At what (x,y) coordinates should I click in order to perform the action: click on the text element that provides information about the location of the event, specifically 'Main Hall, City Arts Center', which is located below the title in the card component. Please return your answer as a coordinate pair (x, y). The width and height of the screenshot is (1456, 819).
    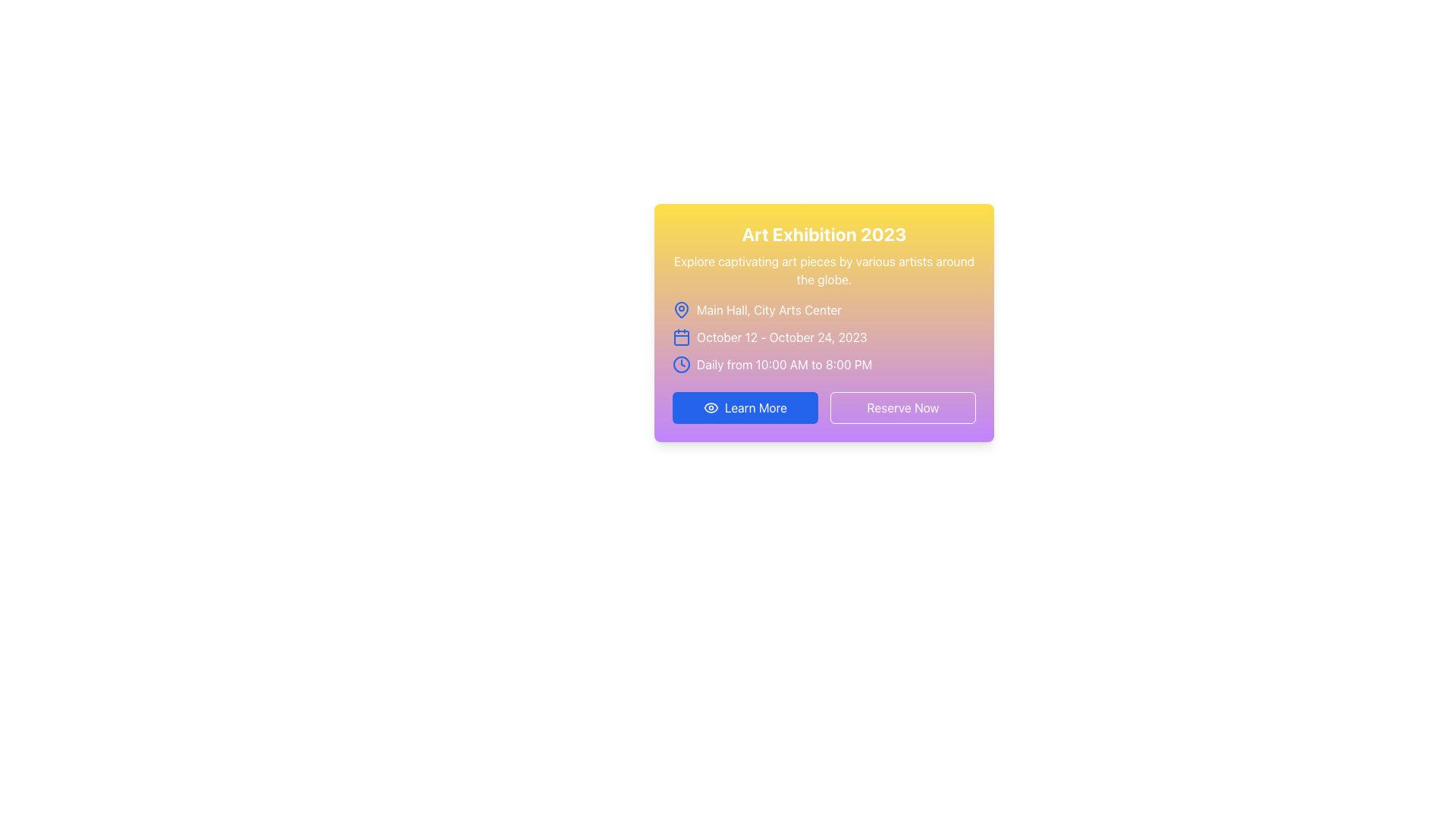
    Looking at the image, I should click on (823, 309).